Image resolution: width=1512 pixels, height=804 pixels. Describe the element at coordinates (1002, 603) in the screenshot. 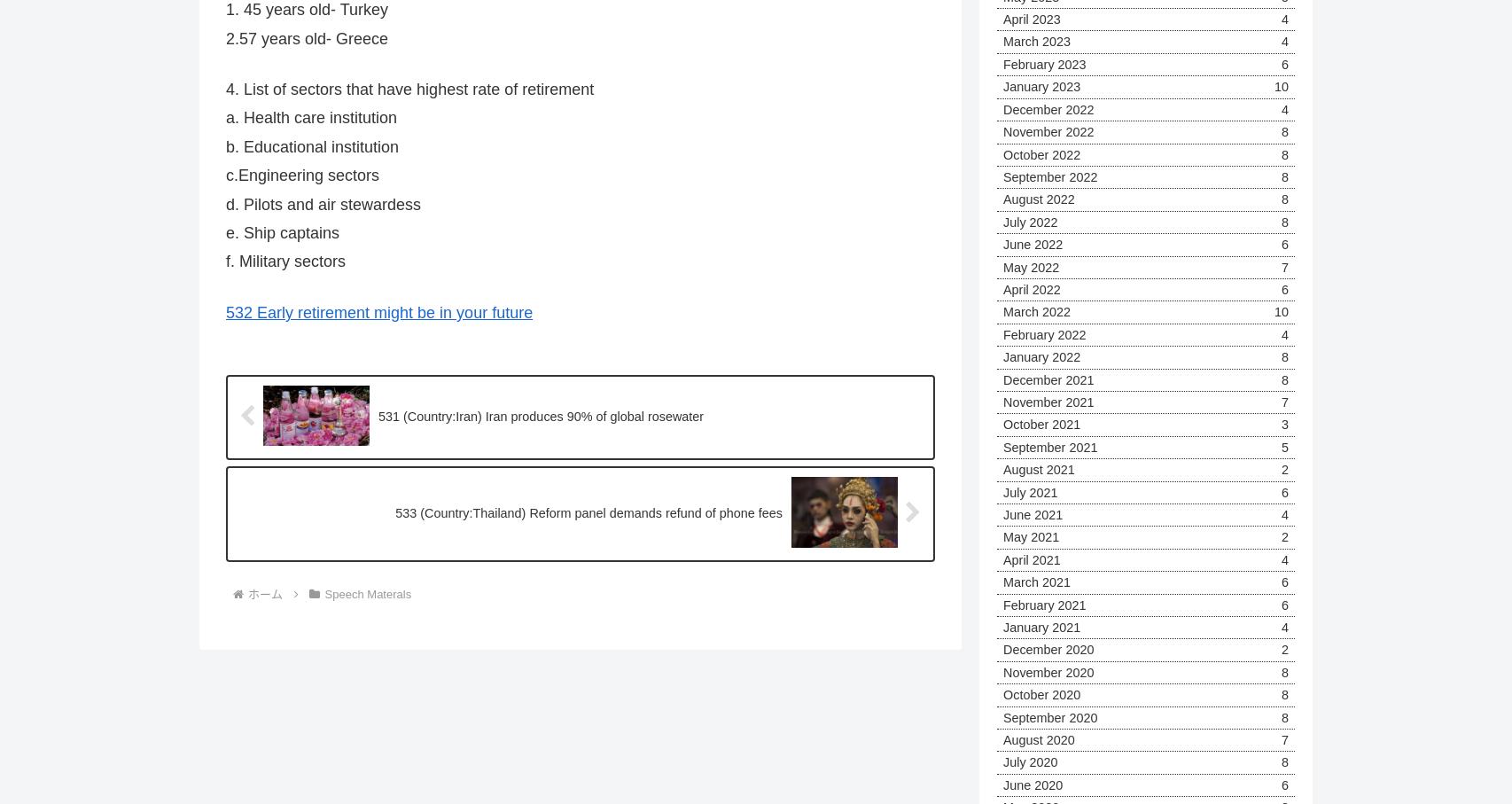

I see `'February 2021'` at that location.